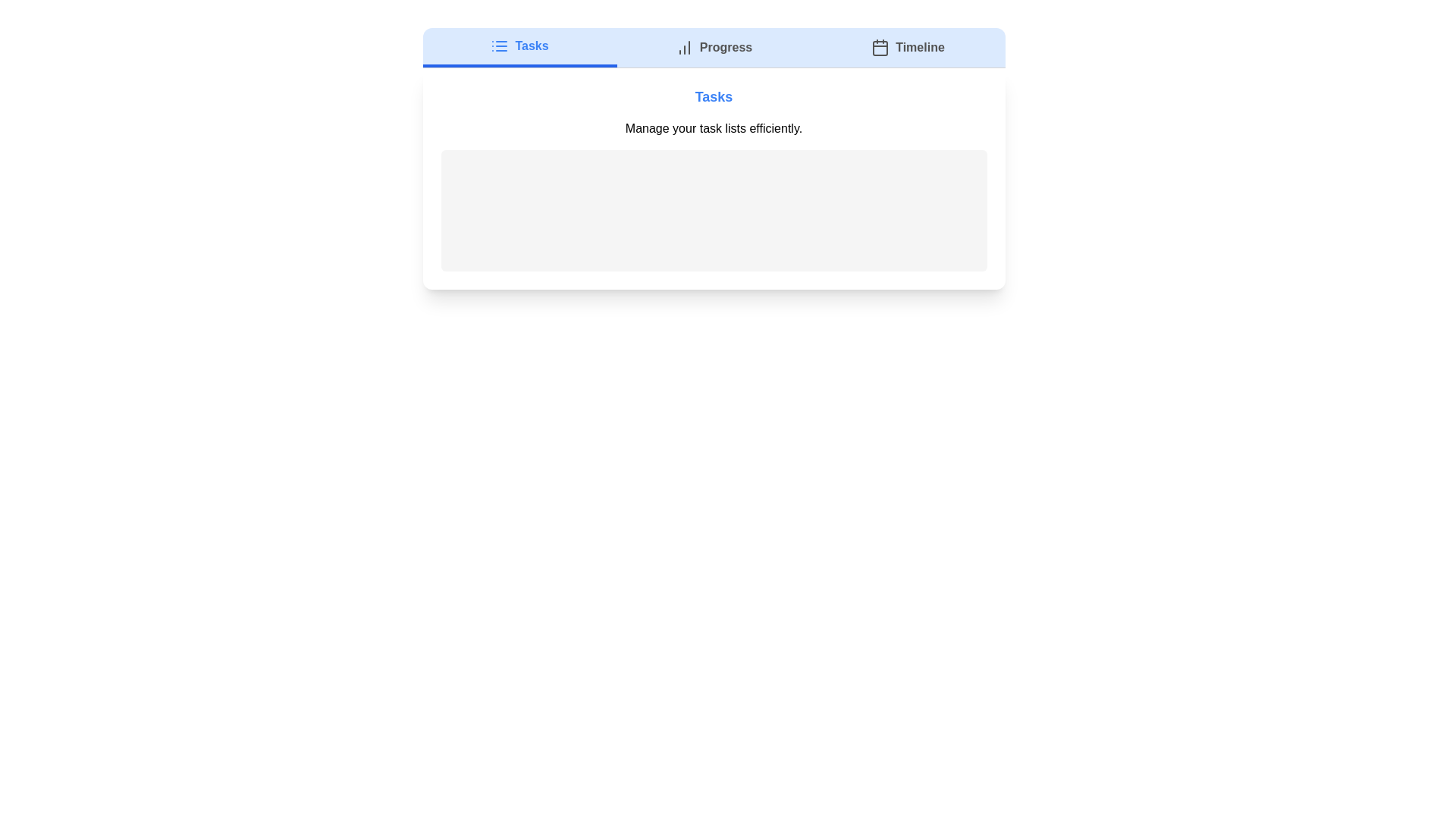 This screenshot has width=1456, height=819. What do you see at coordinates (908, 46) in the screenshot?
I see `the Interactive Tab, which is the last tab in the header navigation layout` at bounding box center [908, 46].